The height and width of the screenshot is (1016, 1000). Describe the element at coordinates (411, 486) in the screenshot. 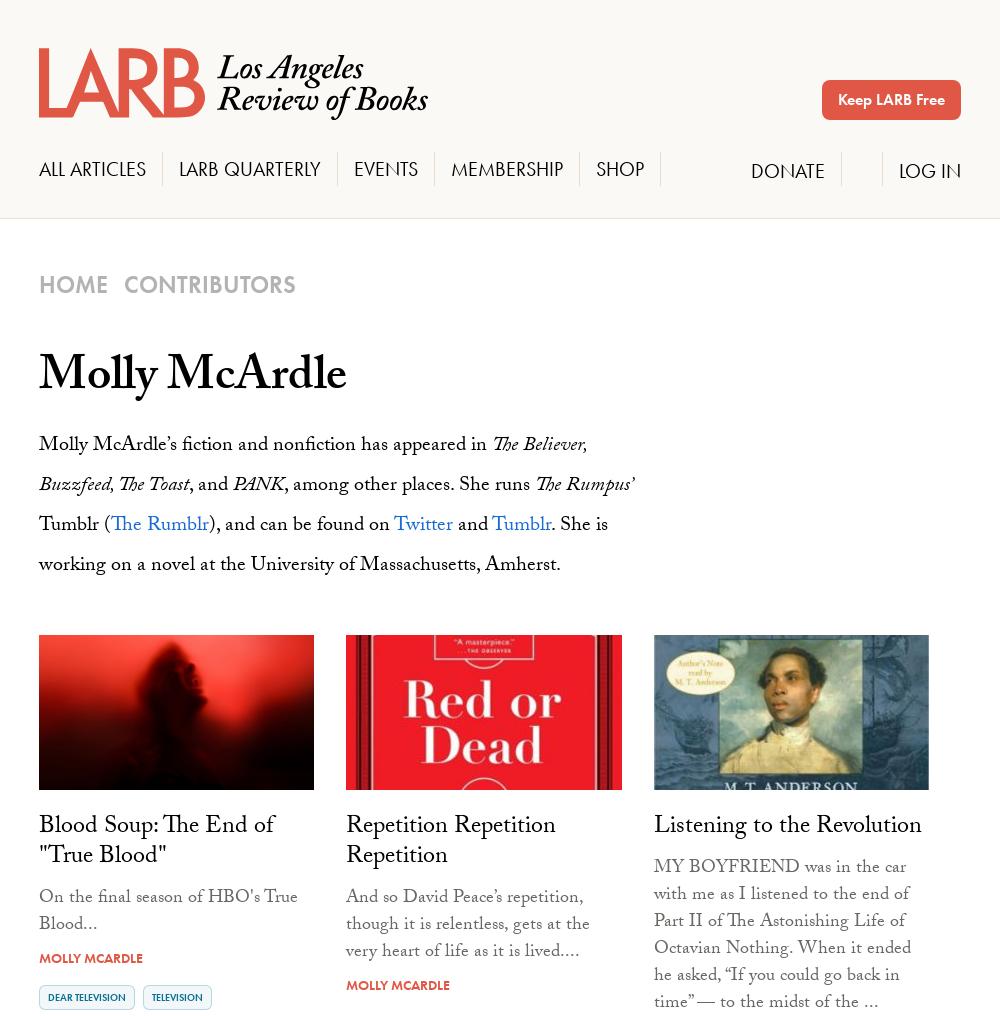

I see `'among other places. She runs'` at that location.